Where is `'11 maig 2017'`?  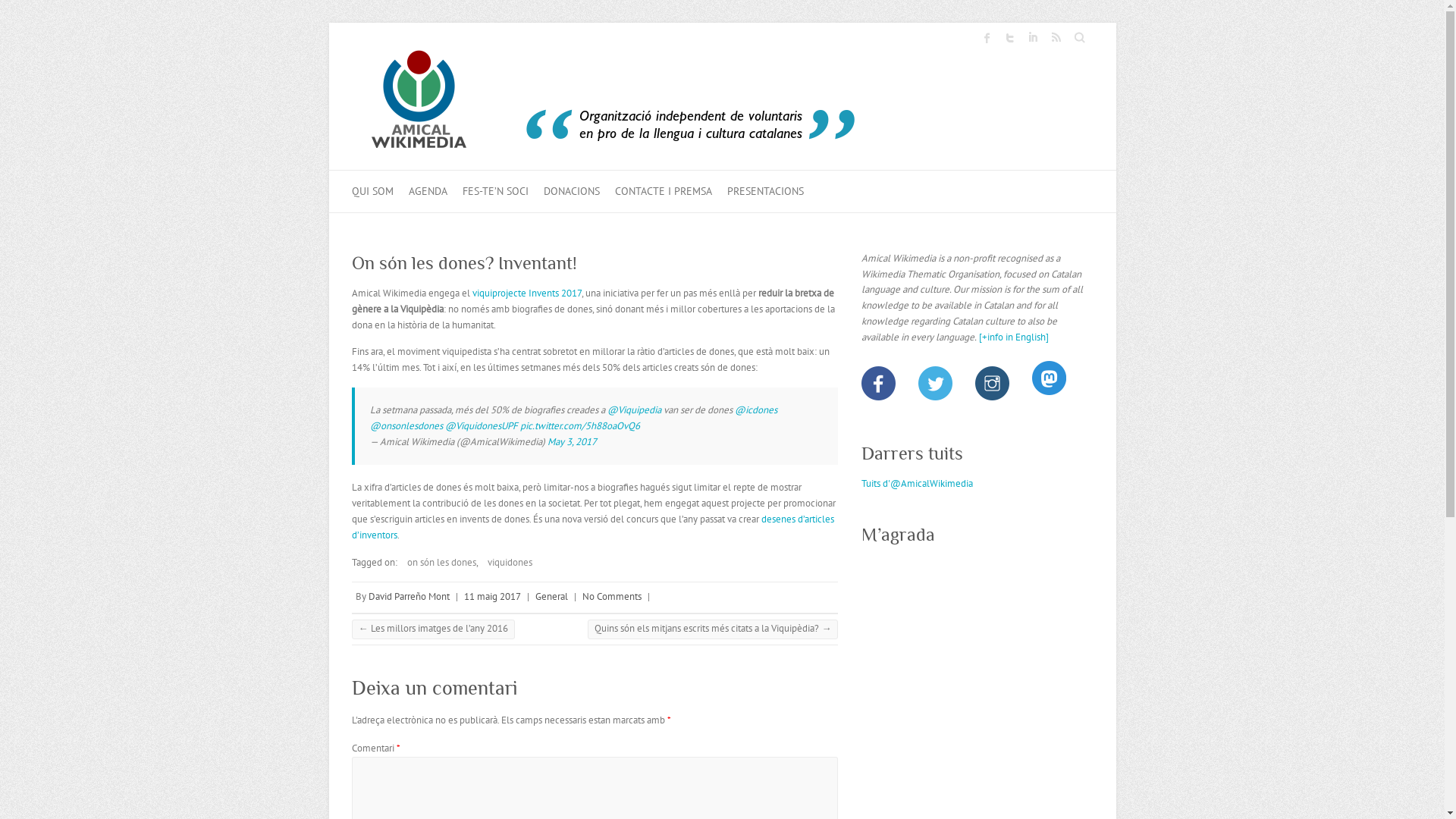 '11 maig 2017' is located at coordinates (492, 595).